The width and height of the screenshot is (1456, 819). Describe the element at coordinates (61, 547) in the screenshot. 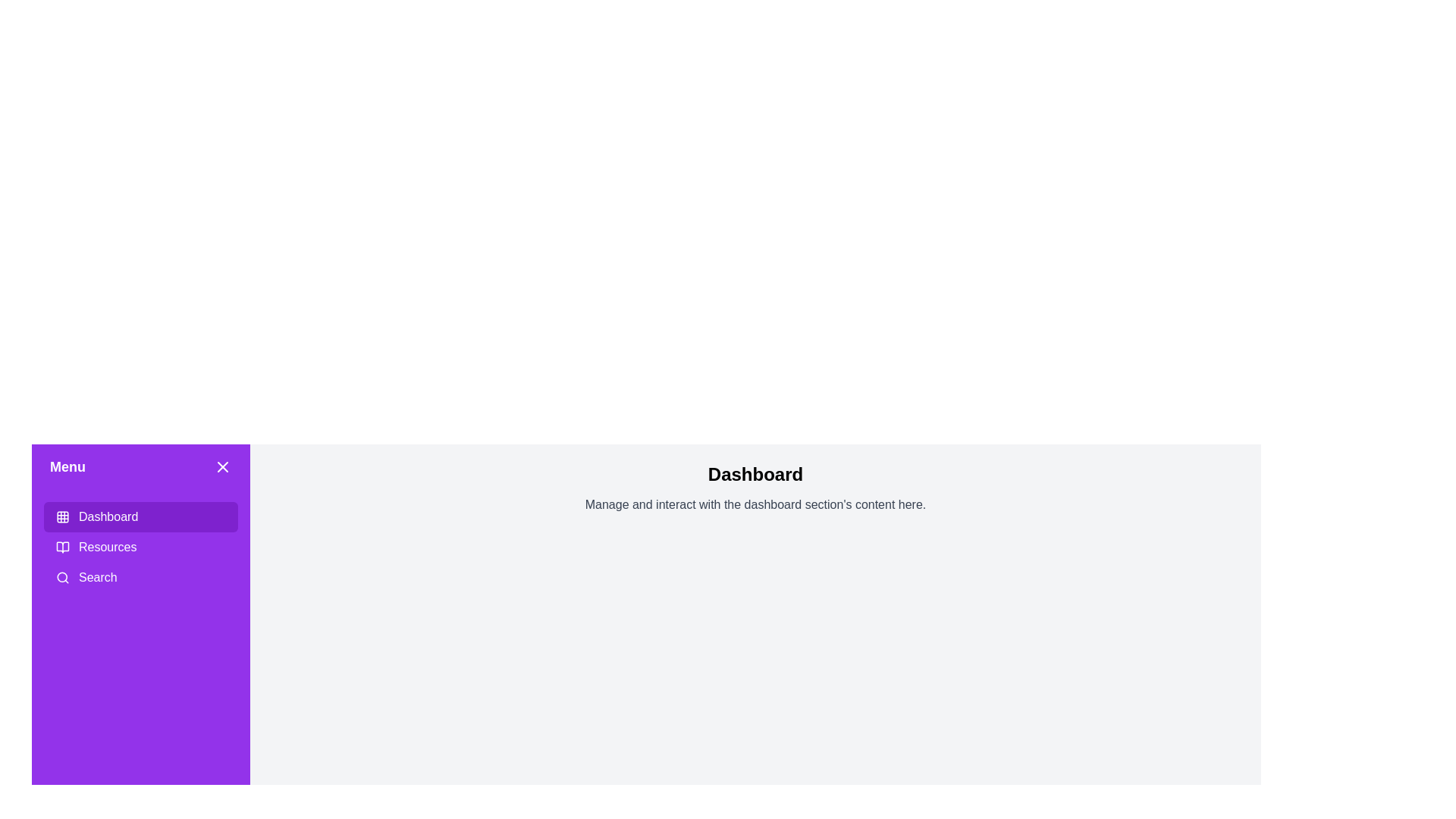

I see `the open book icon located in the 'Resources' menu option, which is positioned directly to the left of the 'Resources' text label` at that location.